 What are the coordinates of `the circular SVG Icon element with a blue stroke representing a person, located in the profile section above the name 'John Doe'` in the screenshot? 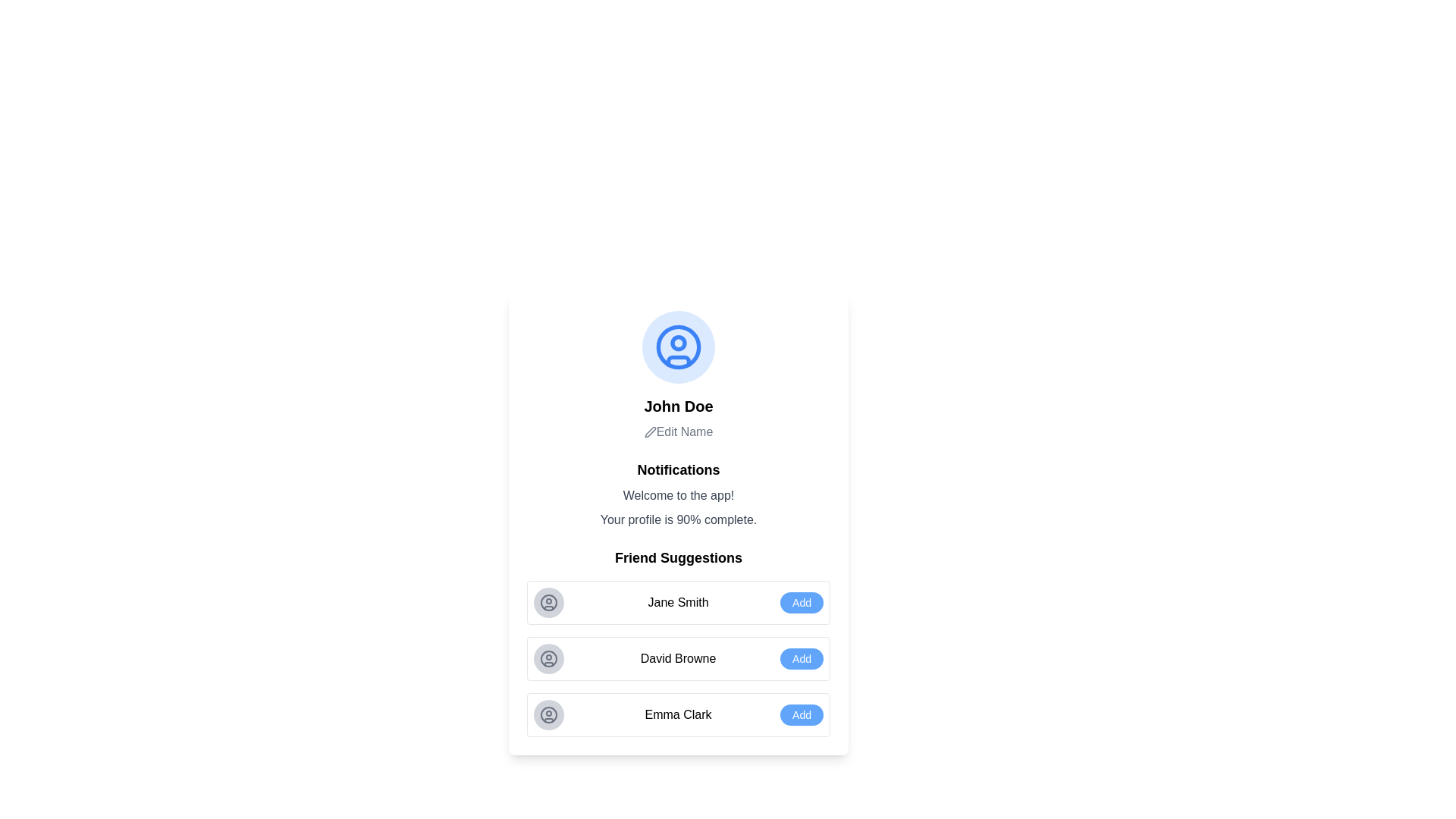 It's located at (677, 347).